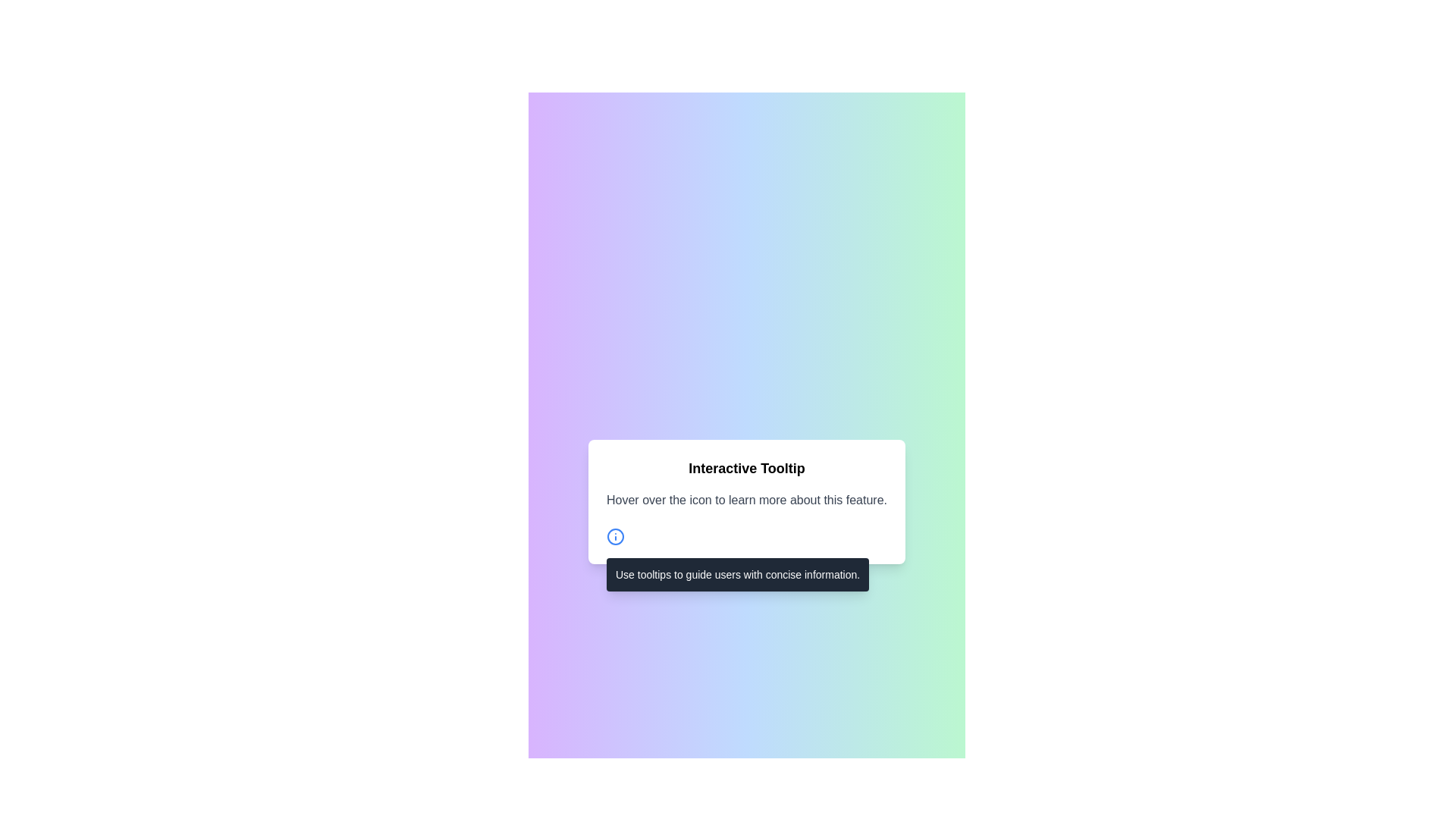  What do you see at coordinates (746, 467) in the screenshot?
I see `the text header labeled 'Interactive Tooltip', which is prominently styled in bold and larger font at the top of the tooltip component` at bounding box center [746, 467].